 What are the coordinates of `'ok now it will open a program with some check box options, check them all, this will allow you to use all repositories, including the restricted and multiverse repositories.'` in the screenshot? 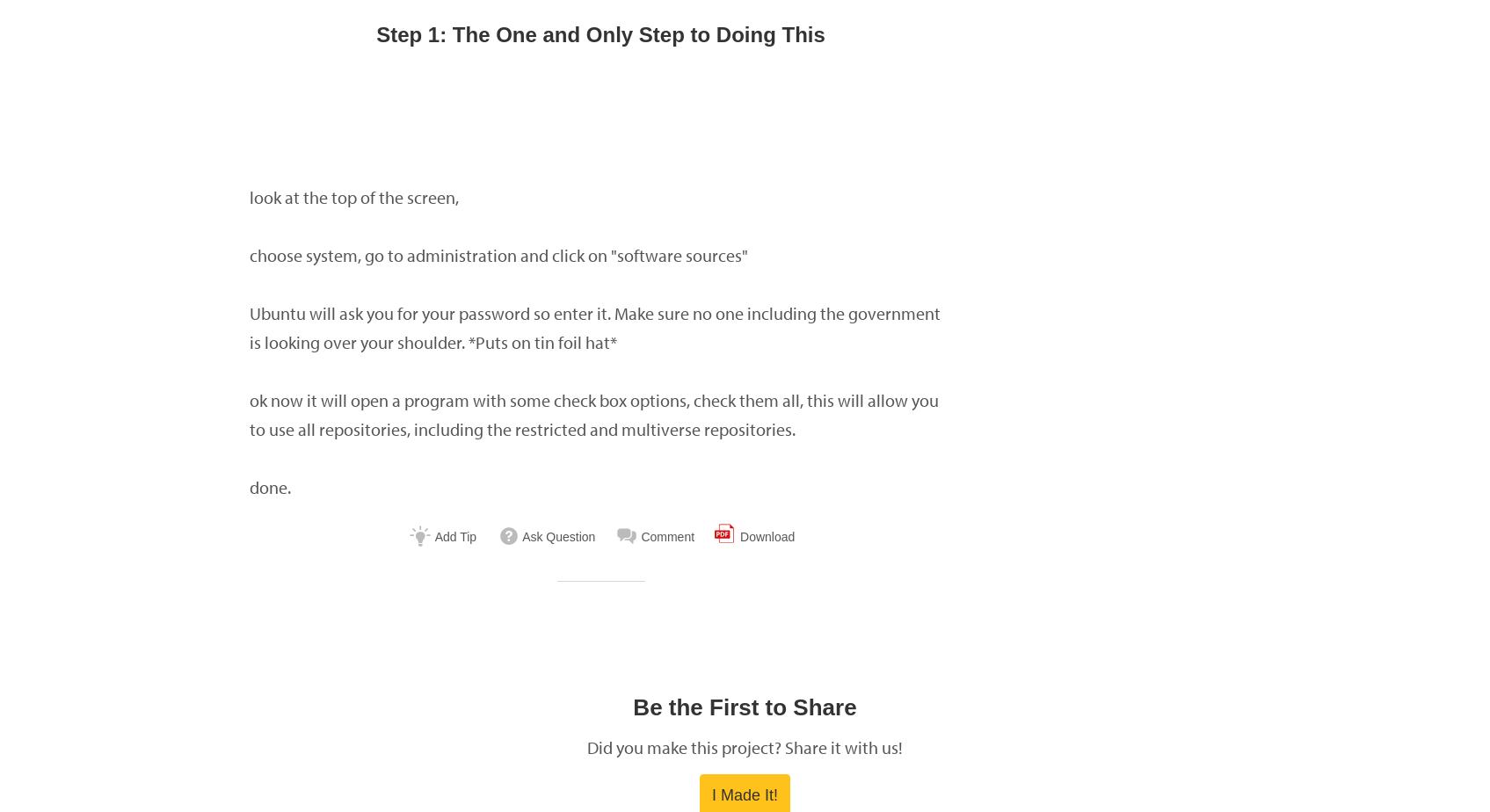 It's located at (592, 414).